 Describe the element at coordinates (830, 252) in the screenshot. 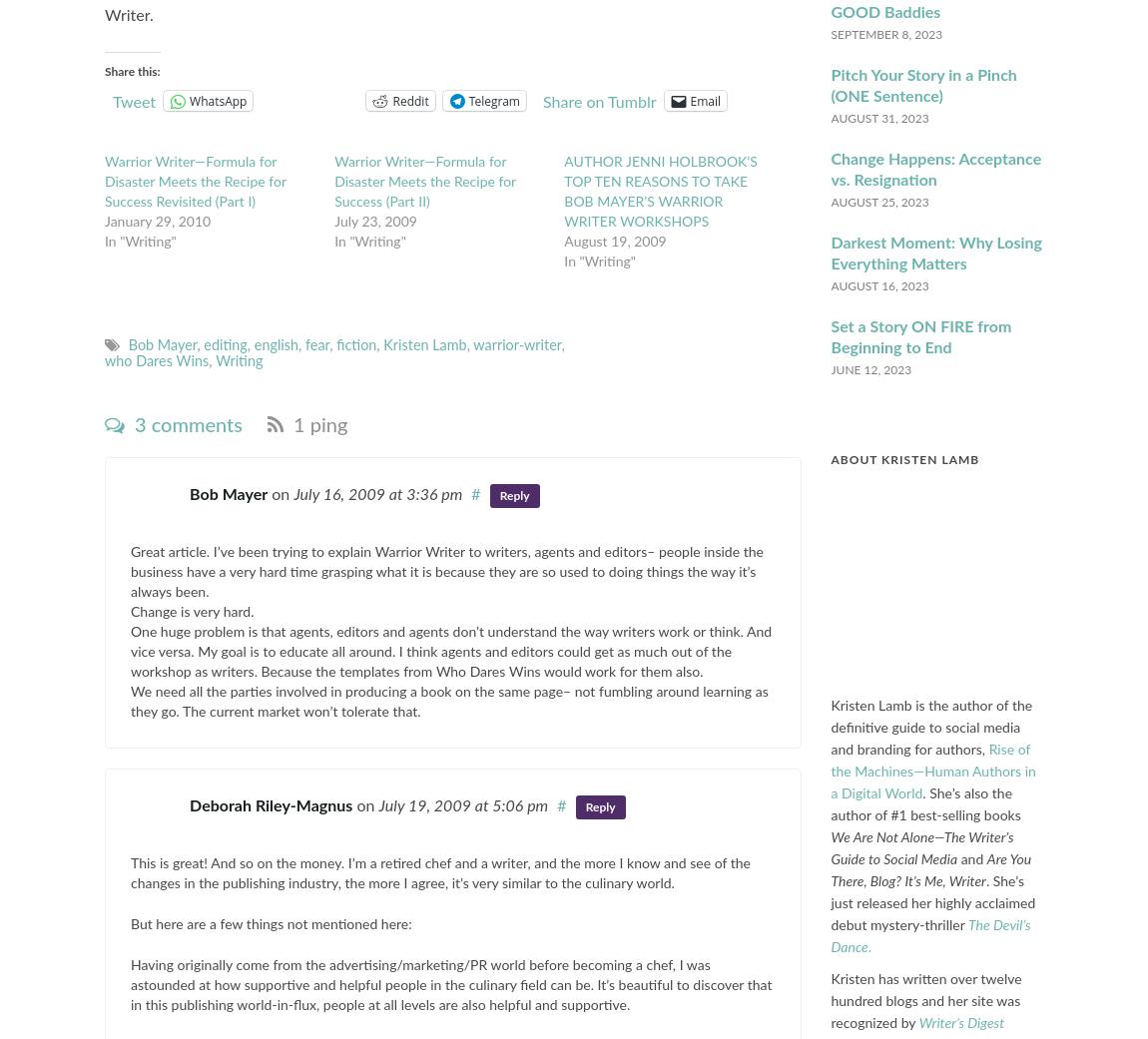

I see `'Darkest Moment: Why Losing Everything Matters'` at that location.